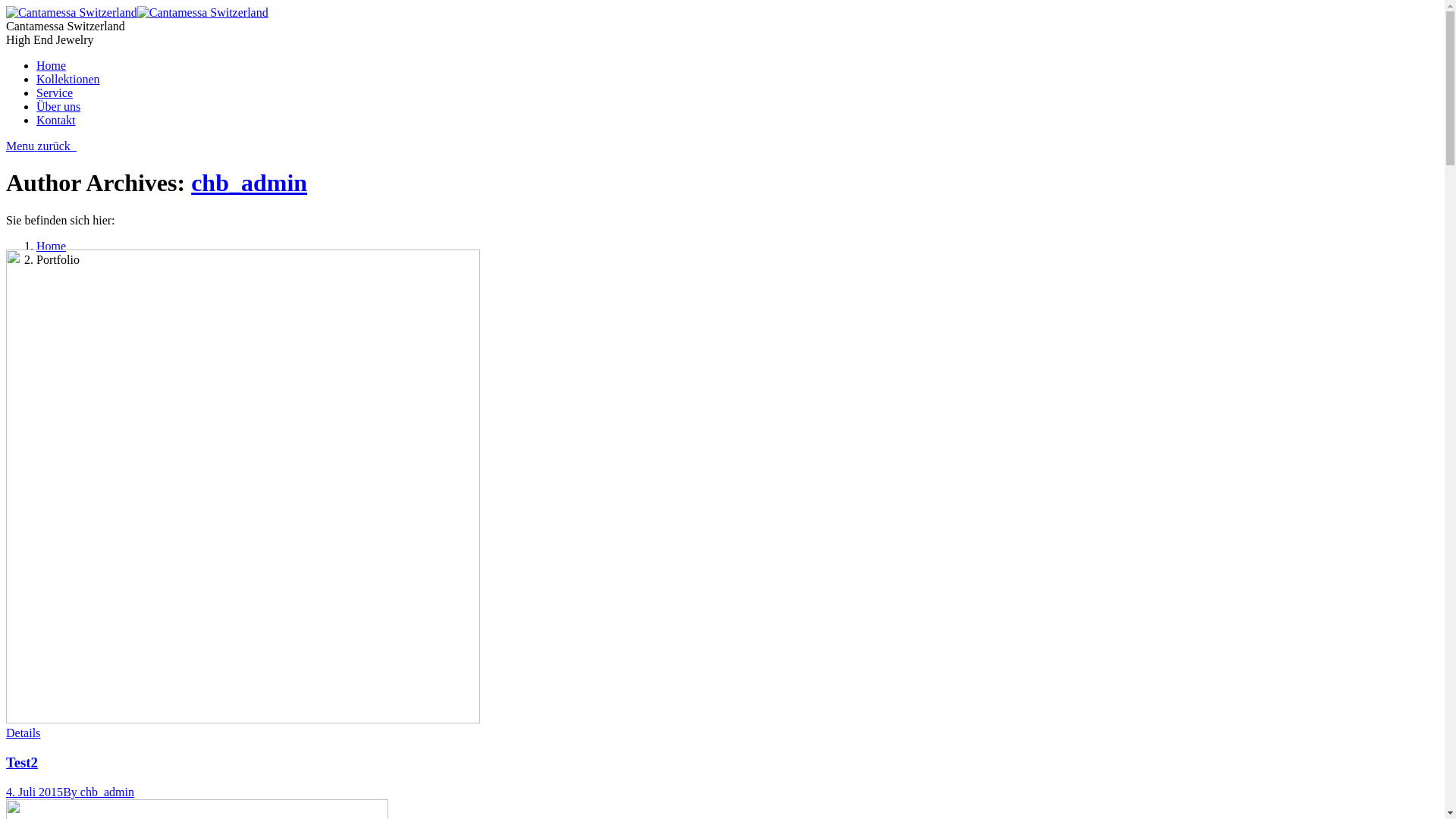  Describe the element at coordinates (61, 791) in the screenshot. I see `'By chb_admin'` at that location.